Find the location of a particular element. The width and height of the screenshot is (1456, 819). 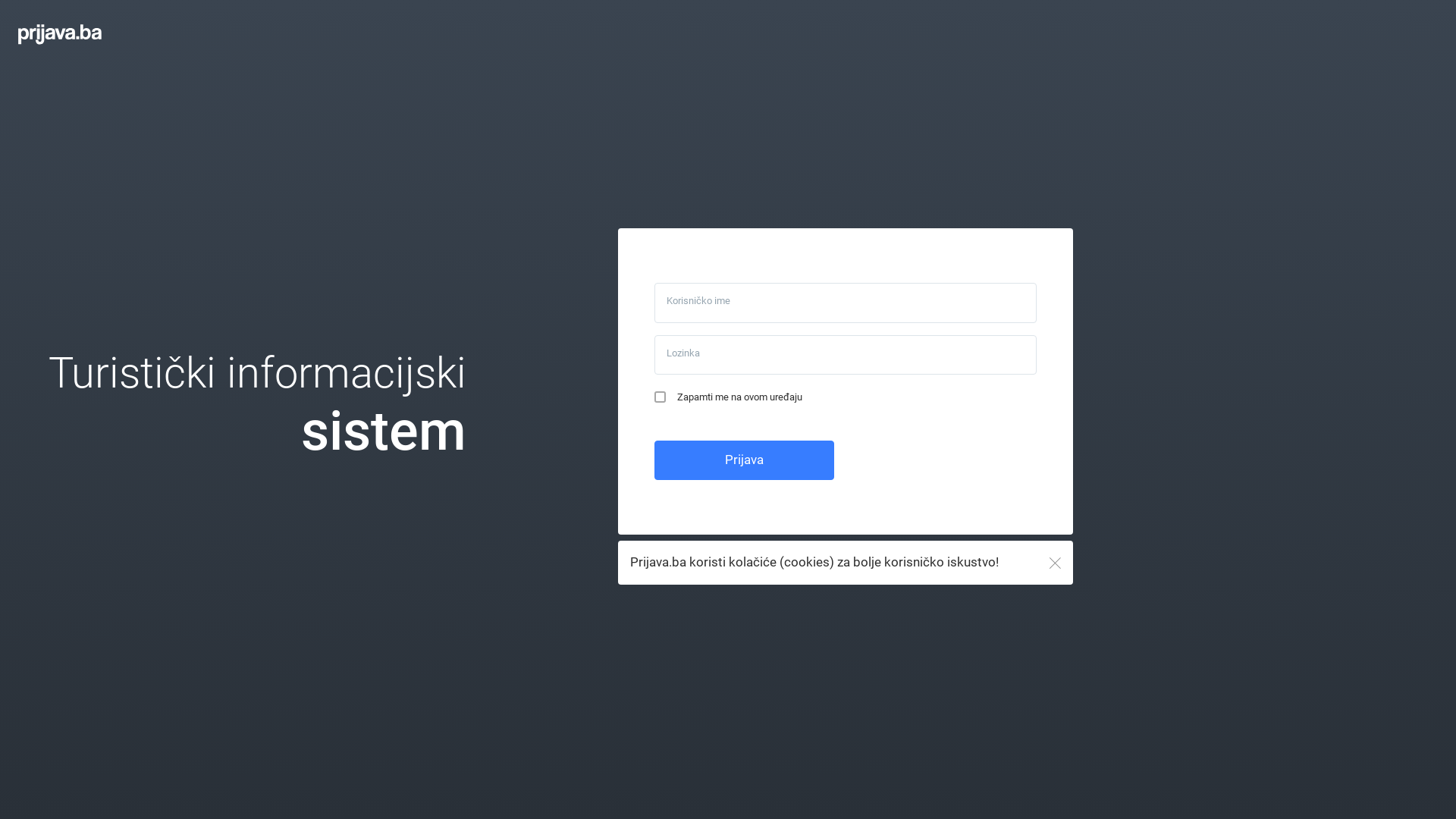

'Prijava' is located at coordinates (744, 459).